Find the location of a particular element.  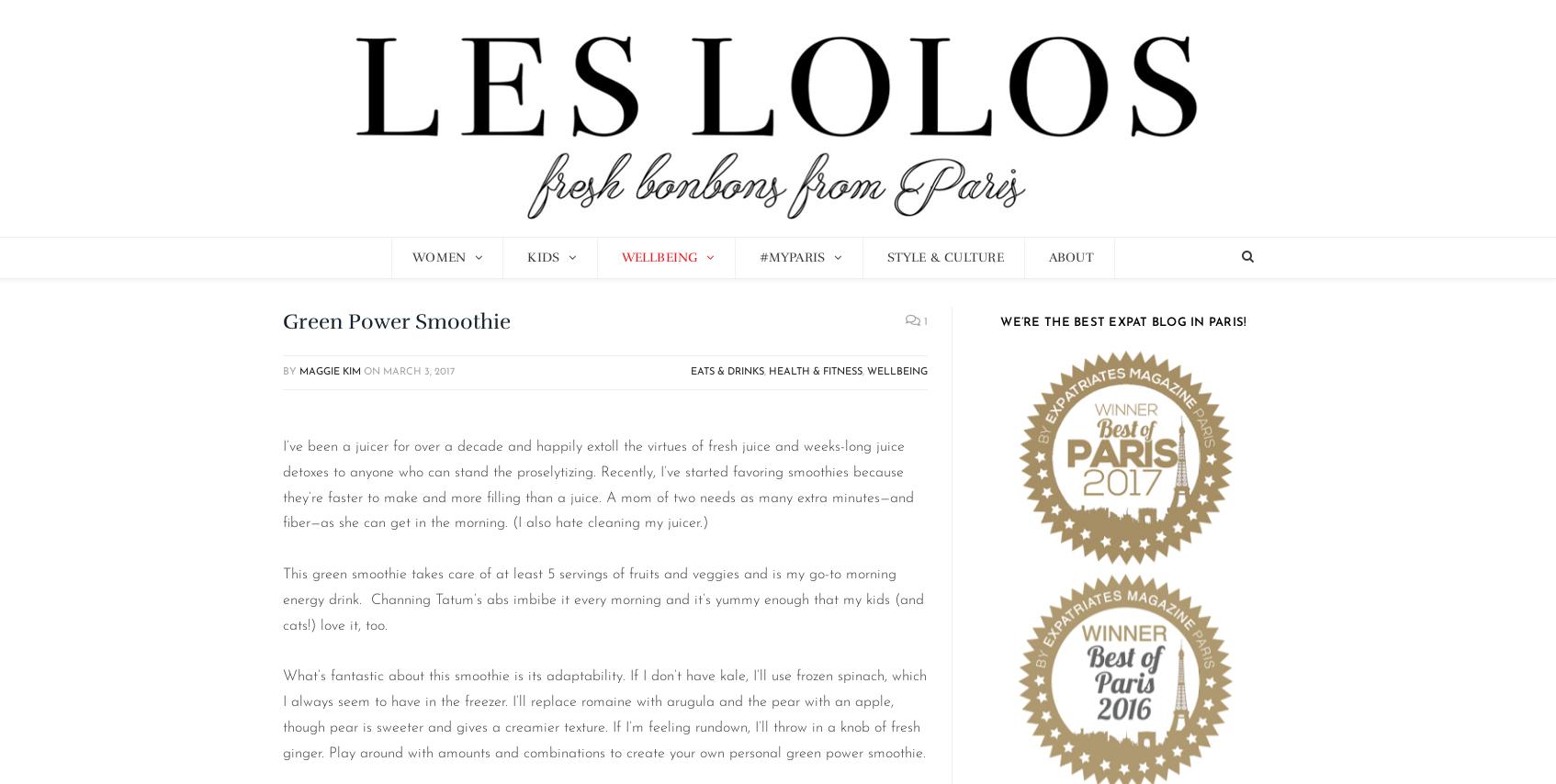

'Fun & Games' is located at coordinates (529, 333).